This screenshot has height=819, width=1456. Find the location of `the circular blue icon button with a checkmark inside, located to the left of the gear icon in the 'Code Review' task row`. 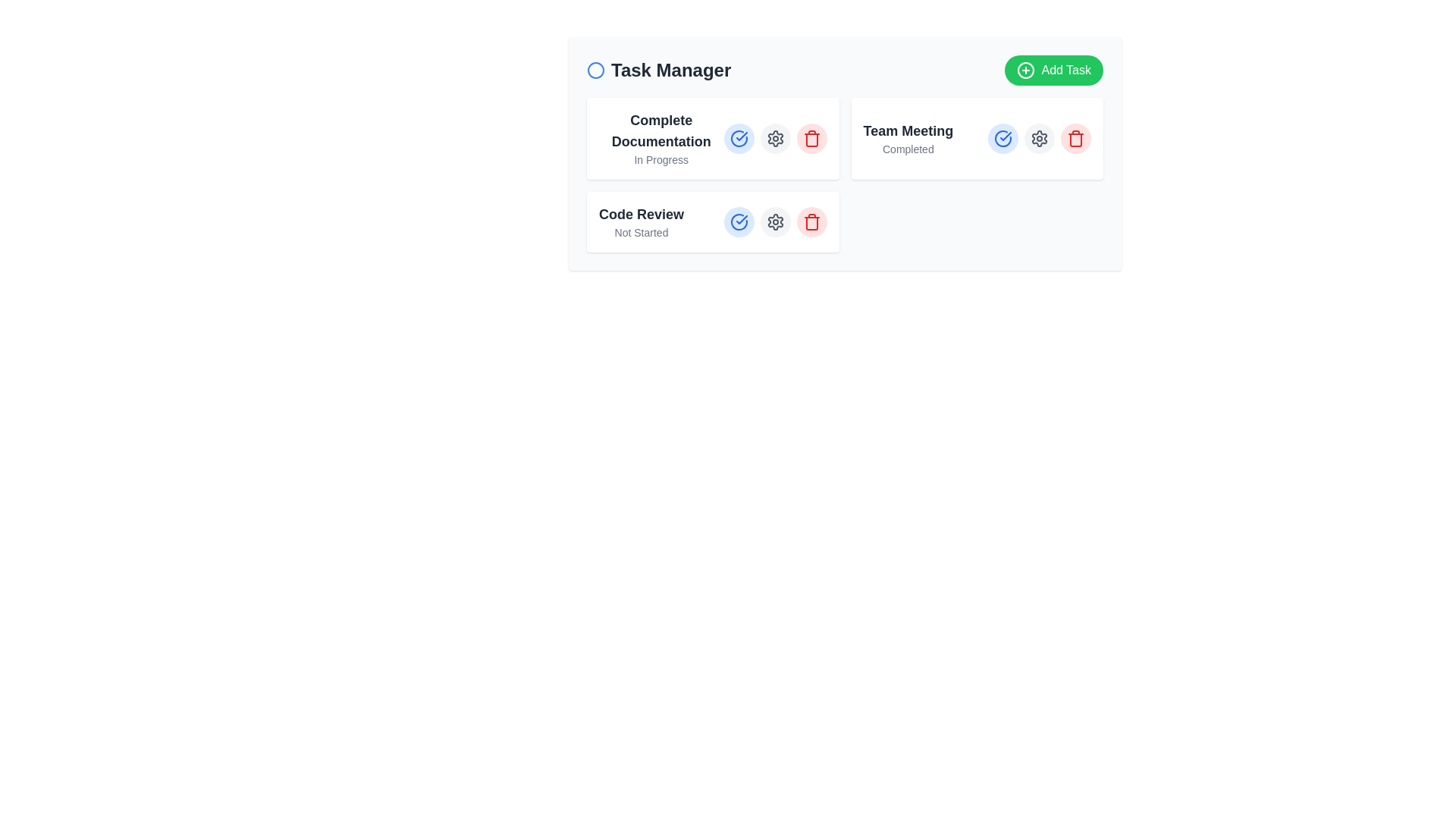

the circular blue icon button with a checkmark inside, located to the left of the gear icon in the 'Code Review' task row is located at coordinates (739, 222).